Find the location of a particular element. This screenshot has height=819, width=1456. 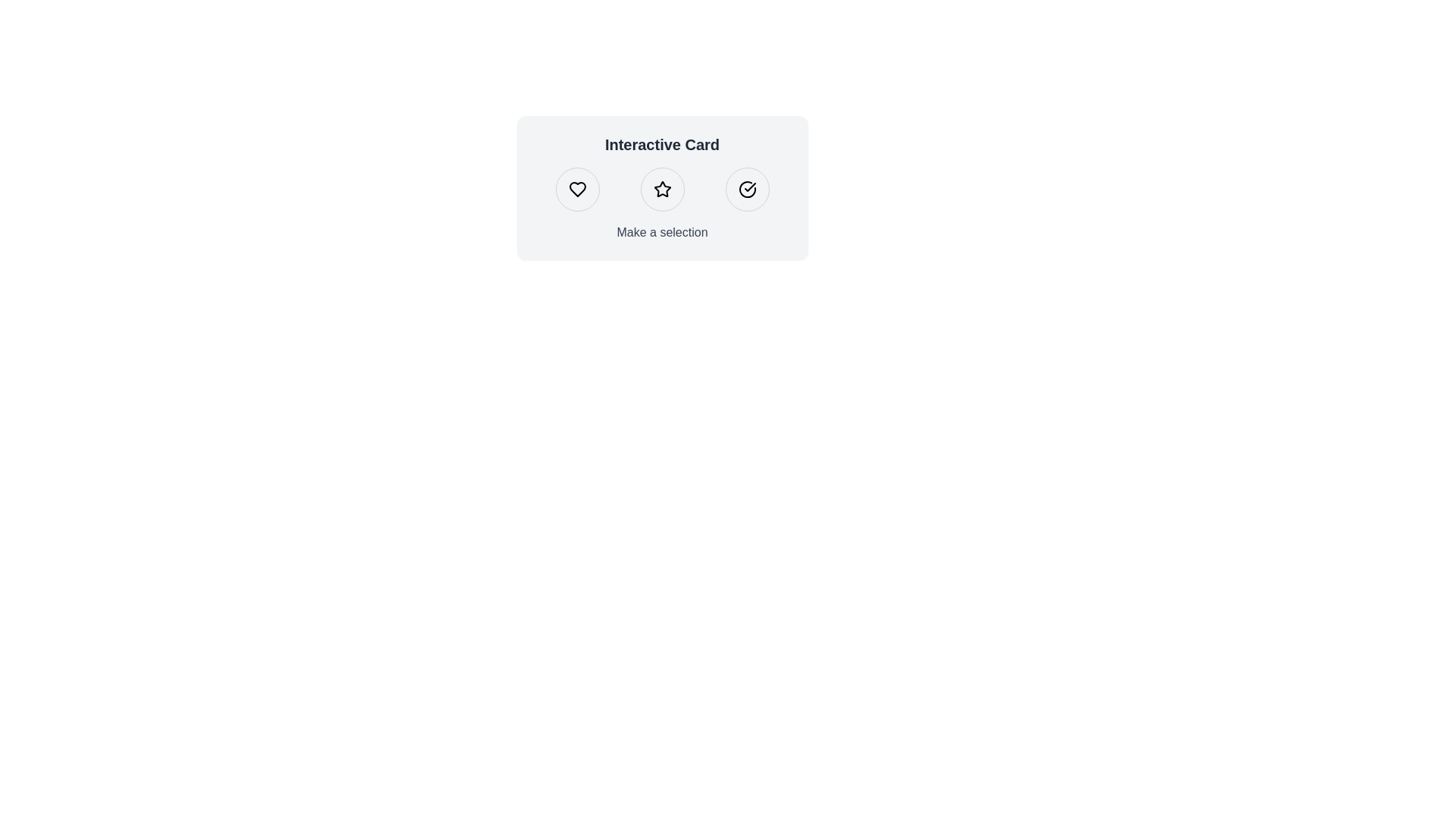

the icon representing a completed or confirmed action, located in the rightmost button of three buttons in the center of the card layout is located at coordinates (749, 186).